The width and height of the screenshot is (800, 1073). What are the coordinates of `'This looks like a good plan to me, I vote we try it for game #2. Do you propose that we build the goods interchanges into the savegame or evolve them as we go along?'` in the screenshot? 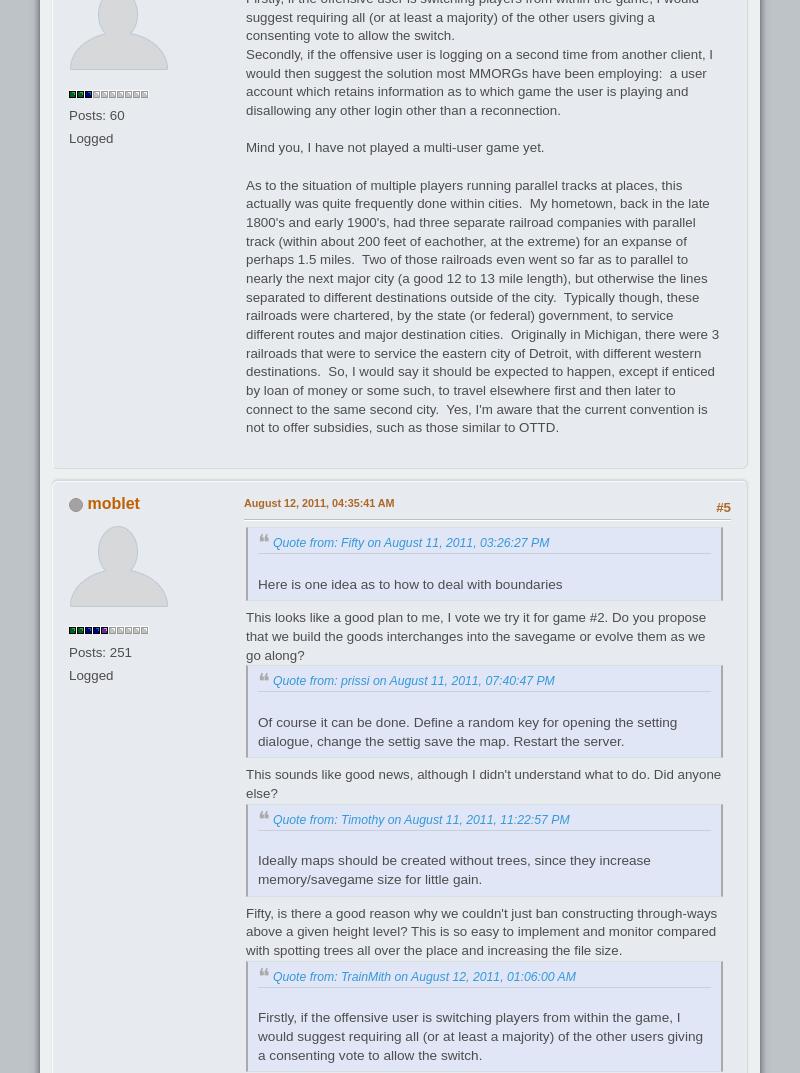 It's located at (476, 634).